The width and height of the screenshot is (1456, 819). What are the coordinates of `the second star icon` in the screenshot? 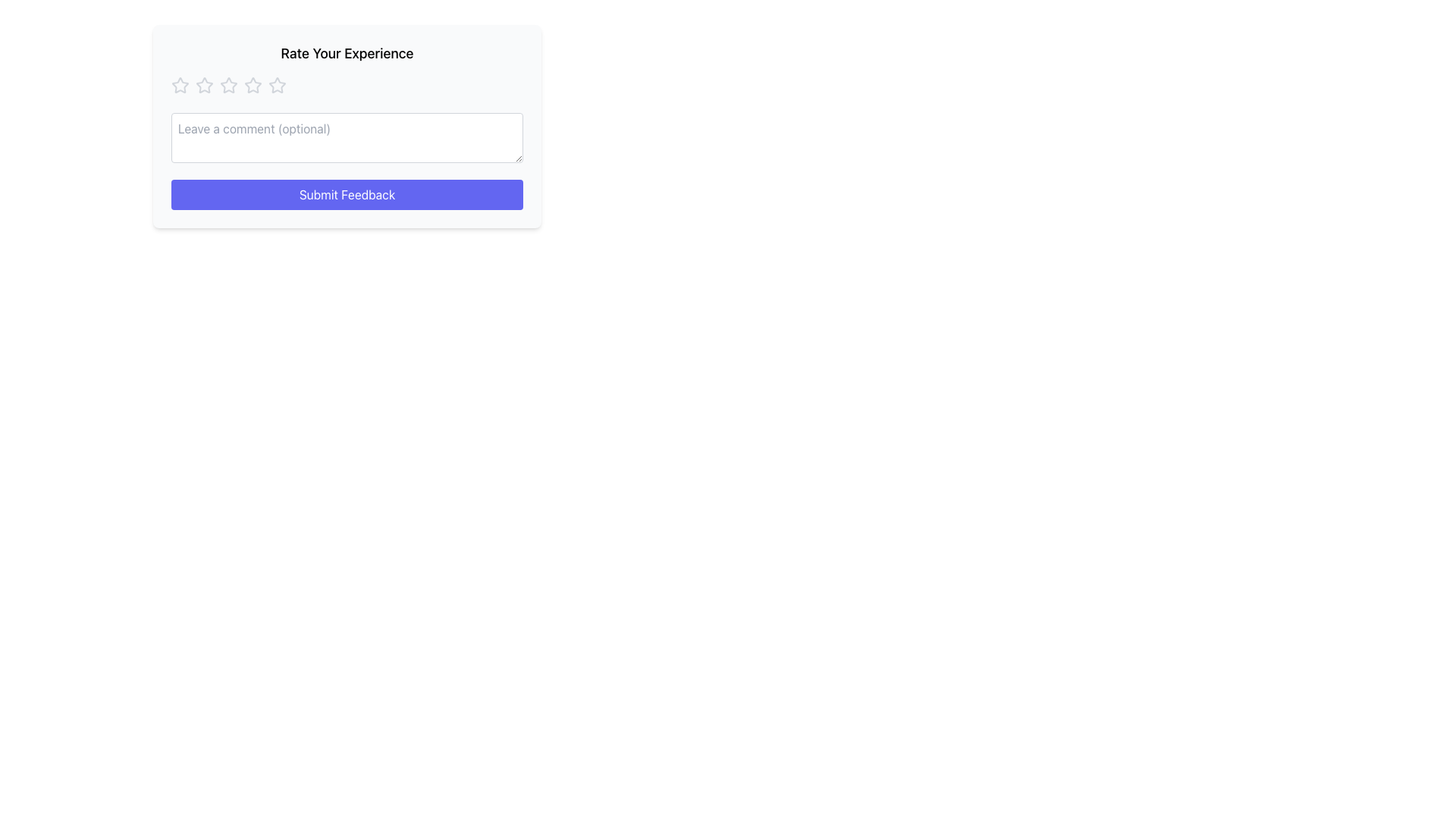 It's located at (253, 85).